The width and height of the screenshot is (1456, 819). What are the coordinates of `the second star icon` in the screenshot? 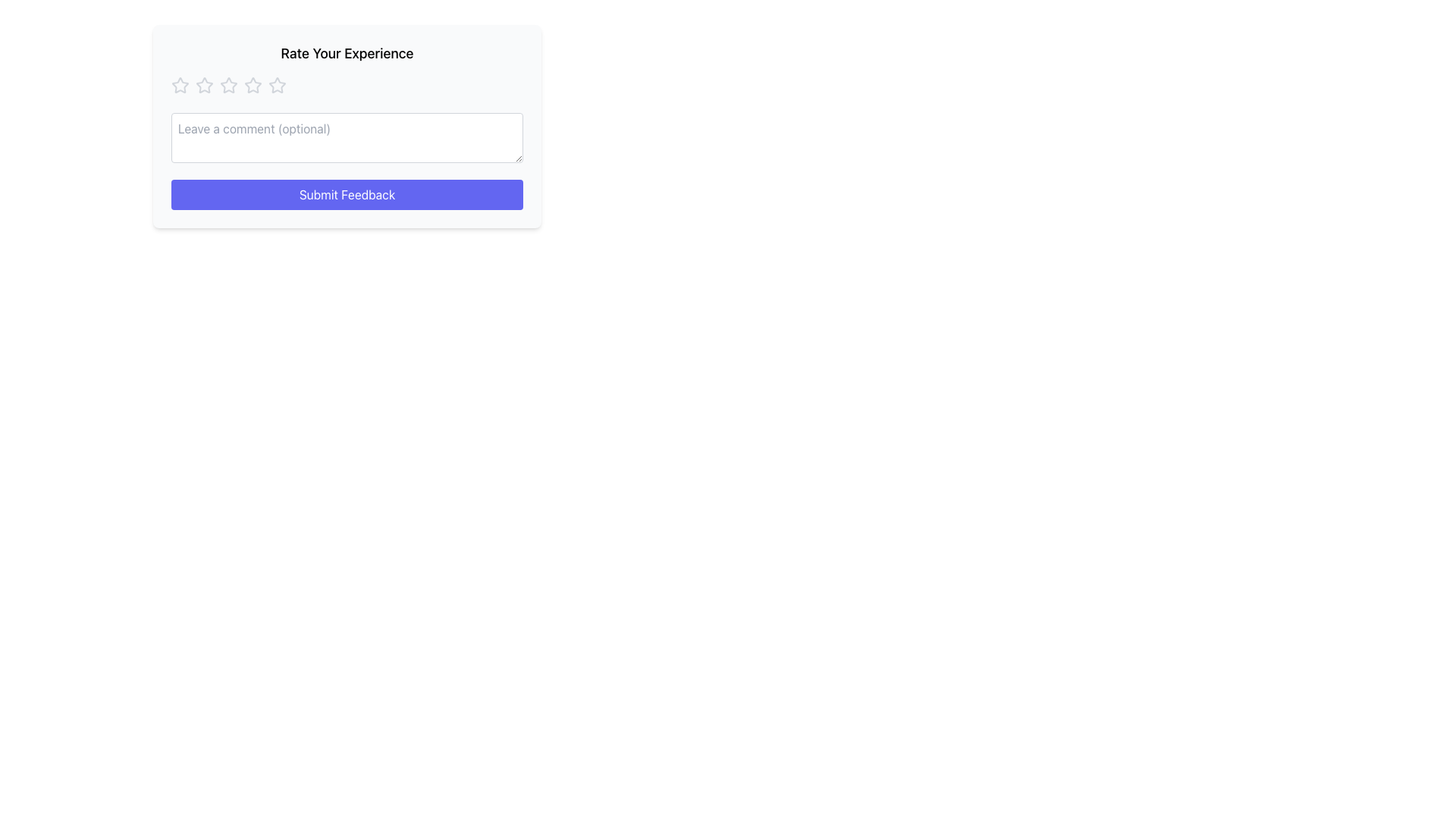 It's located at (253, 85).